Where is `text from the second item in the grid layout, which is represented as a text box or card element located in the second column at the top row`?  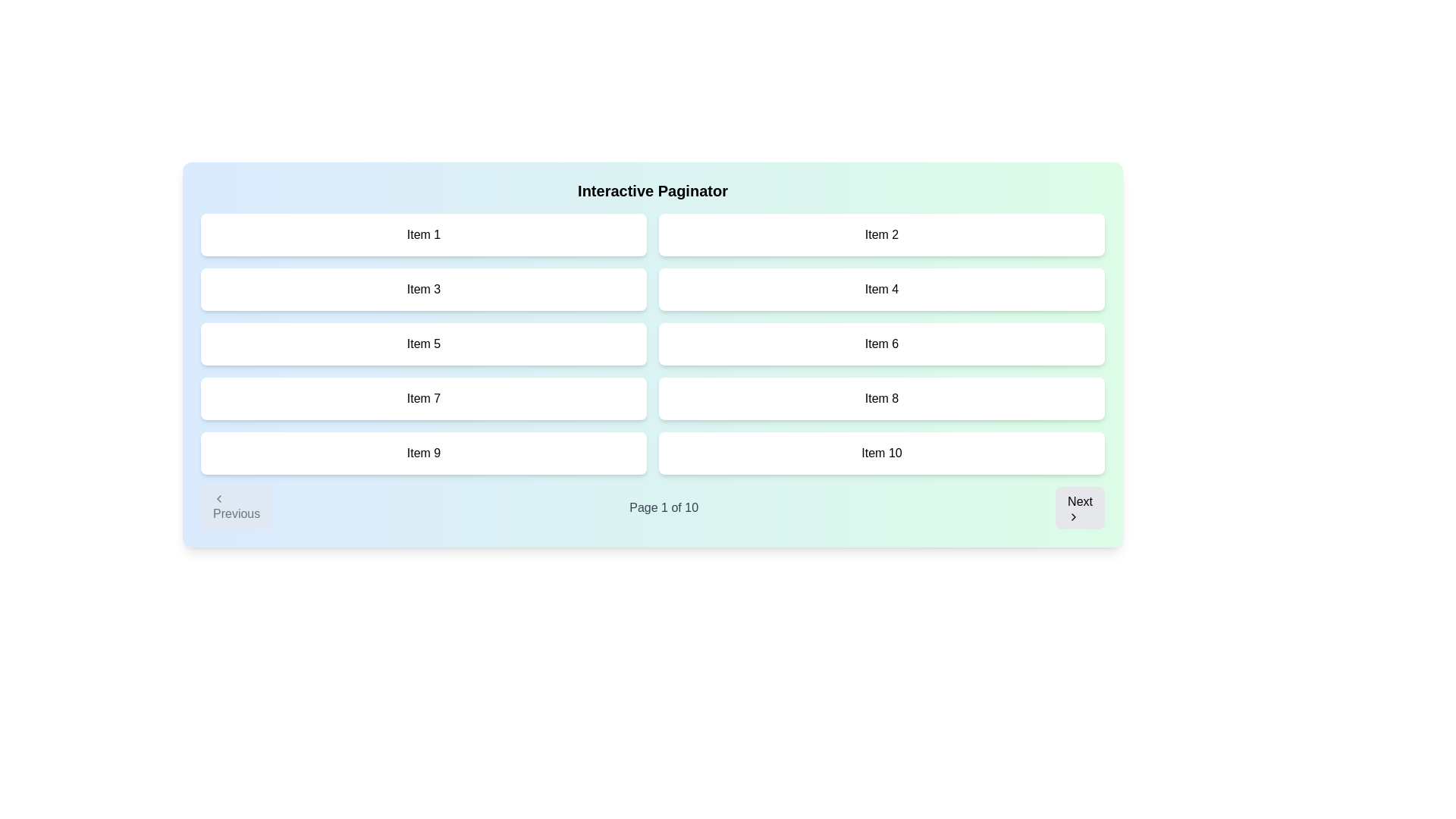
text from the second item in the grid layout, which is represented as a text box or card element located in the second column at the top row is located at coordinates (881, 234).